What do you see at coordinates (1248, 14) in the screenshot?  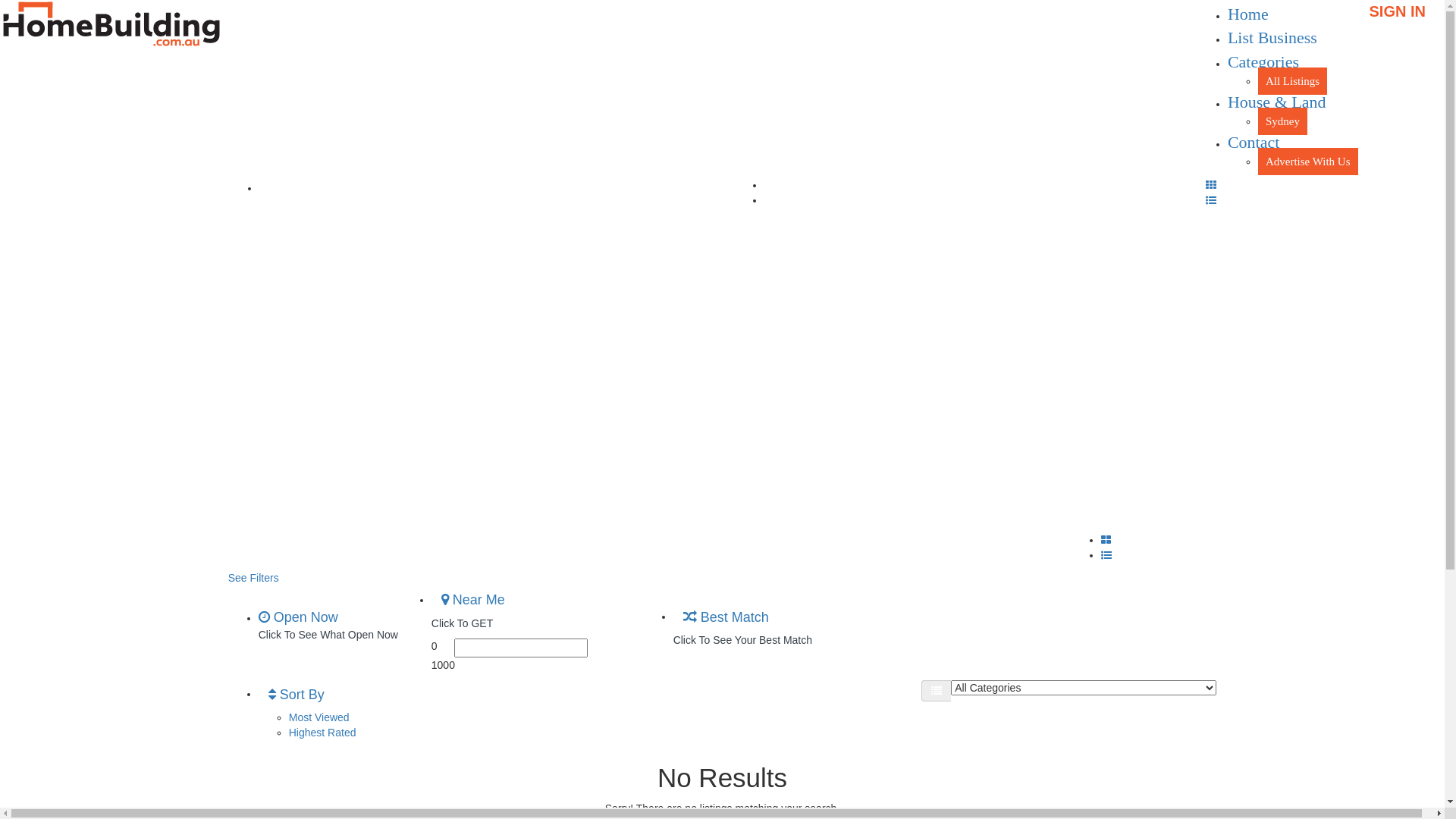 I see `'Home'` at bounding box center [1248, 14].